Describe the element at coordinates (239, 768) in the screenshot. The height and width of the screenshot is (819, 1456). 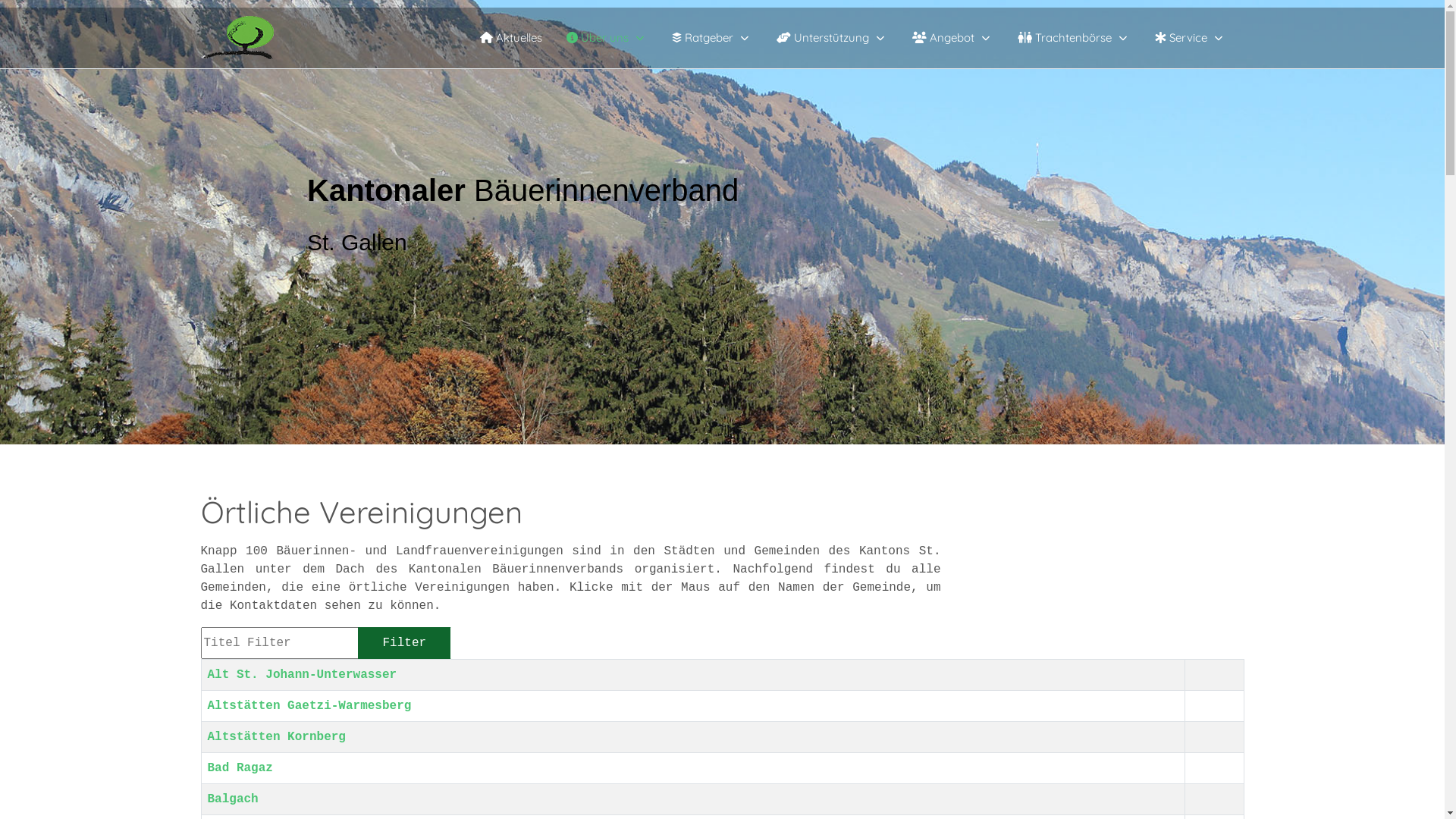
I see `'Bad Ragaz'` at that location.